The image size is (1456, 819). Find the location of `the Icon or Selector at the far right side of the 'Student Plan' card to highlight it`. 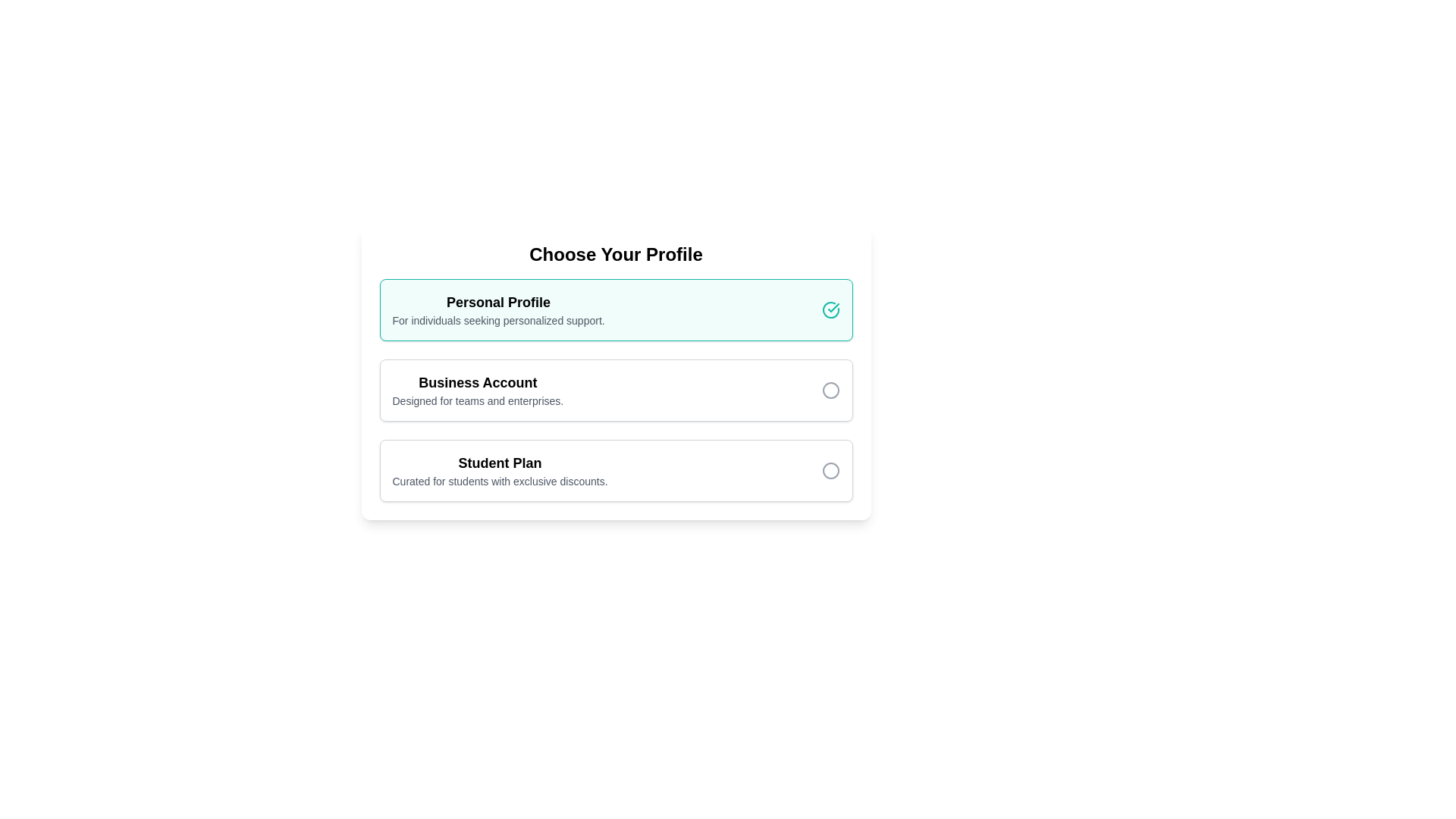

the Icon or Selector at the far right side of the 'Student Plan' card to highlight it is located at coordinates (830, 470).